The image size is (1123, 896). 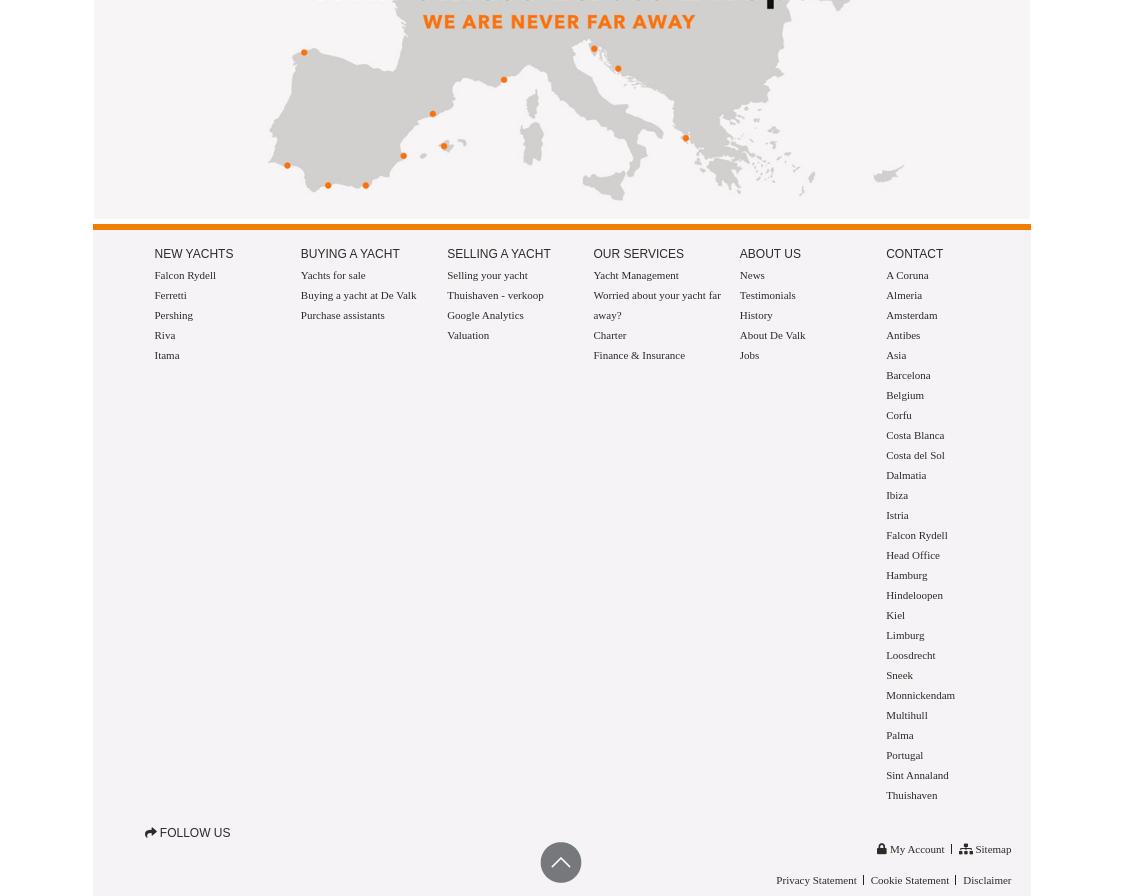 I want to click on 'Istria', so click(x=896, y=515).